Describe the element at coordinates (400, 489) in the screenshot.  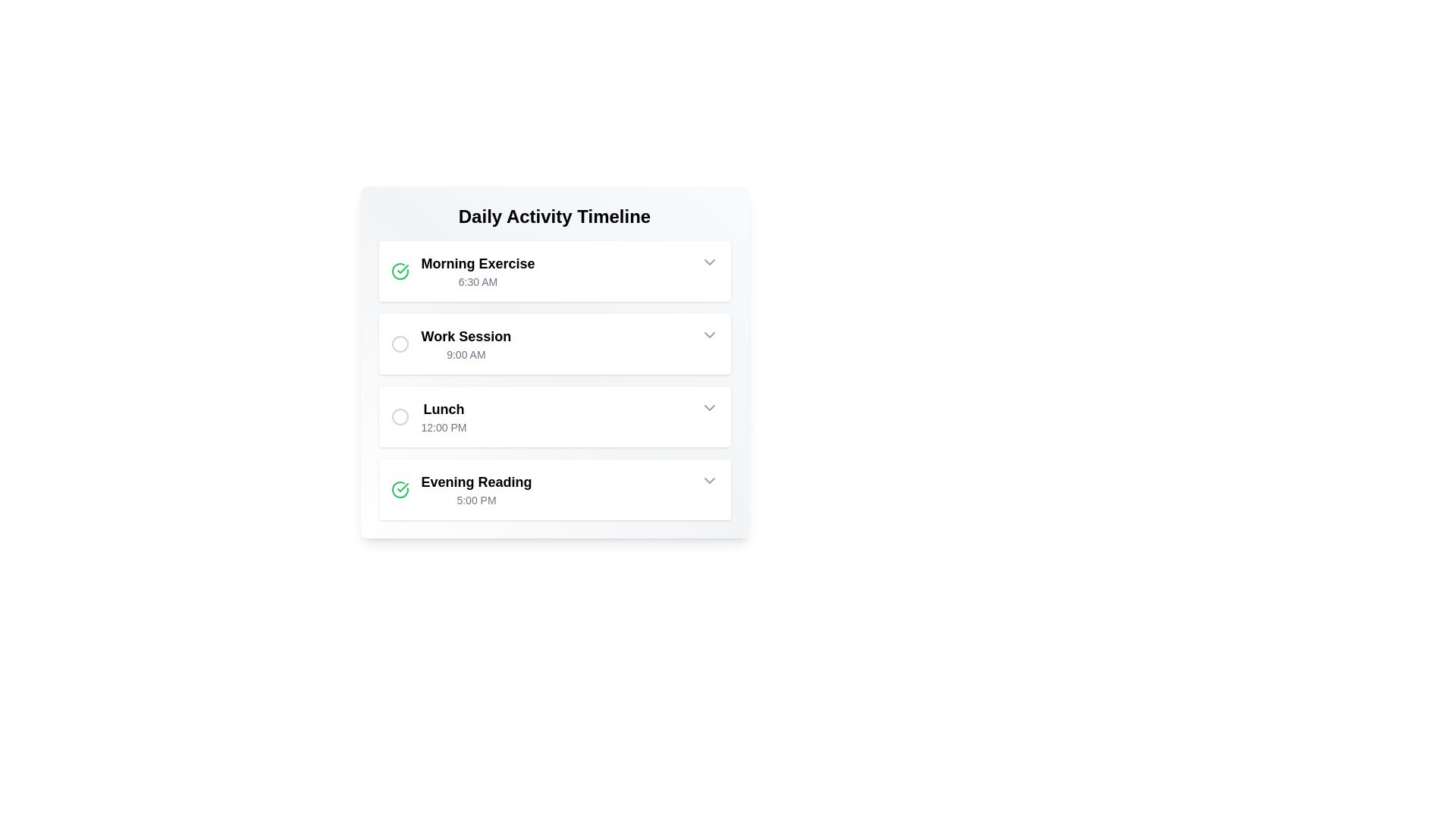
I see `the icon indicating the completion of the 'Evening Reading' activity in the 'Evening Reading 5:00 PM' row, located on the leftmost side of the row` at that location.